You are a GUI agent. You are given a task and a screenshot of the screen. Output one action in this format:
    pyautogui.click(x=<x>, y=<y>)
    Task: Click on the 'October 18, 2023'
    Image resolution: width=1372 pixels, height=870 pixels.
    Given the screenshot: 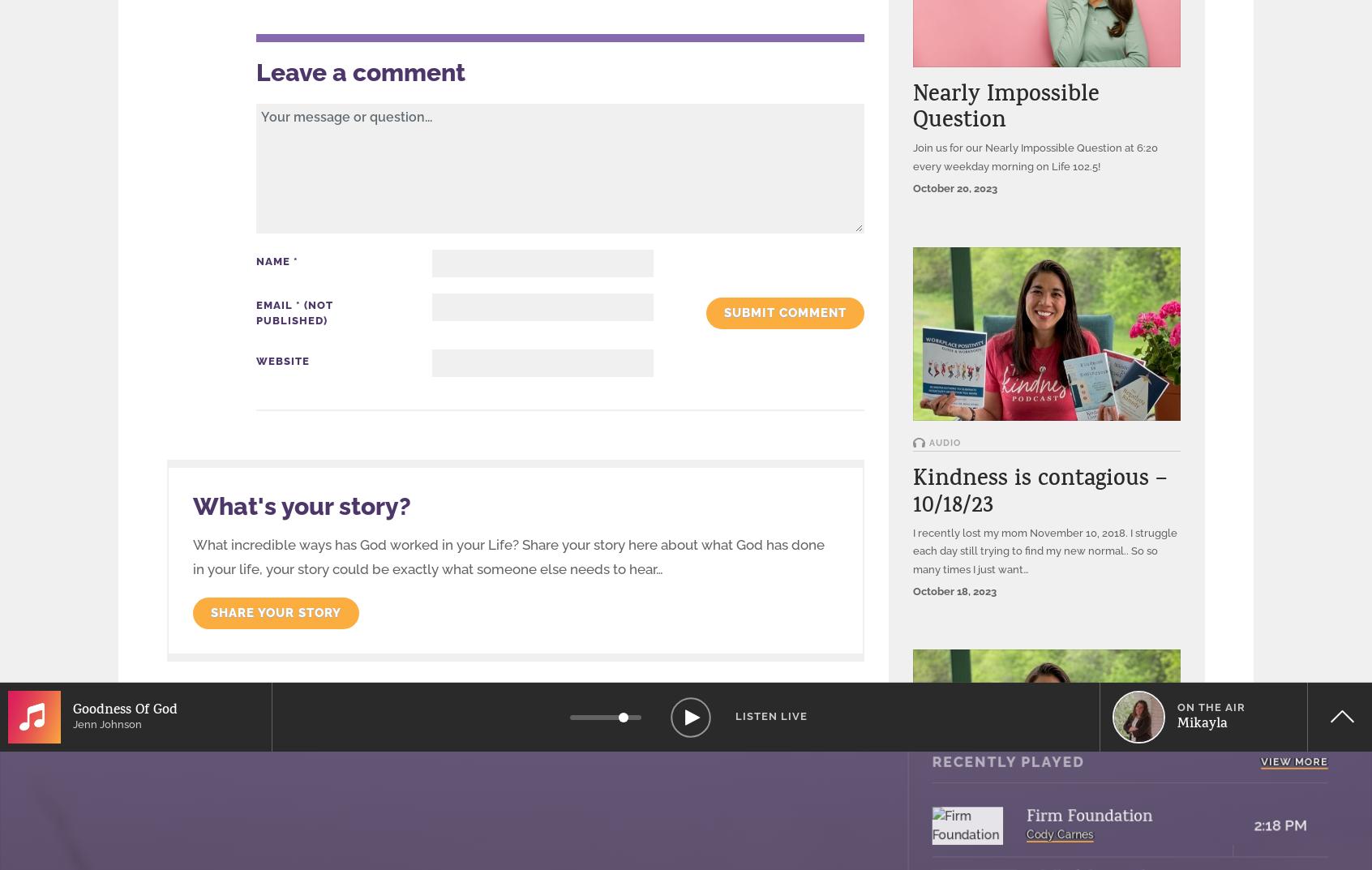 What is the action you would take?
    pyautogui.click(x=954, y=590)
    